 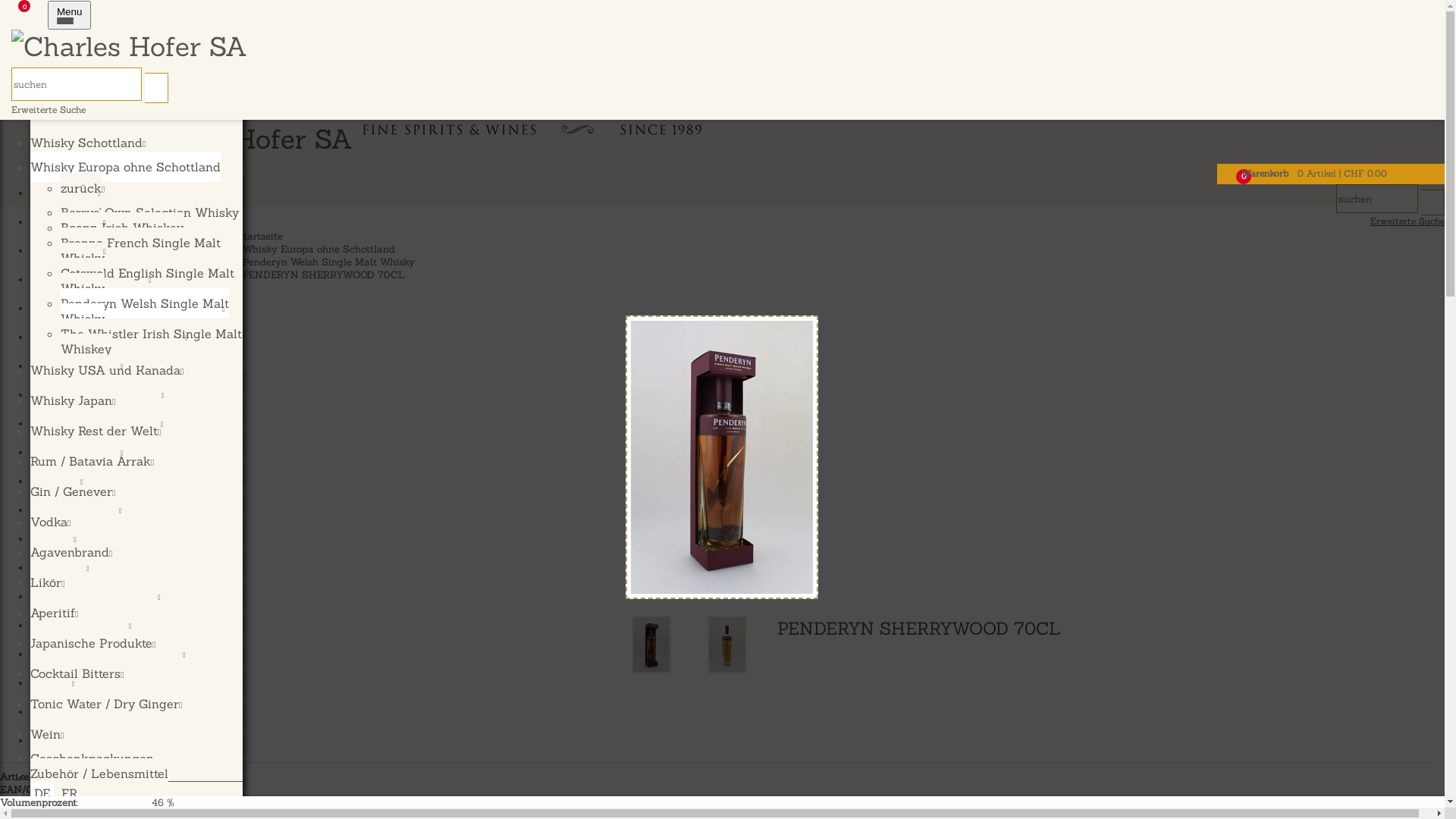 What do you see at coordinates (94, 430) in the screenshot?
I see `'Whisky Rest der Welt'` at bounding box center [94, 430].